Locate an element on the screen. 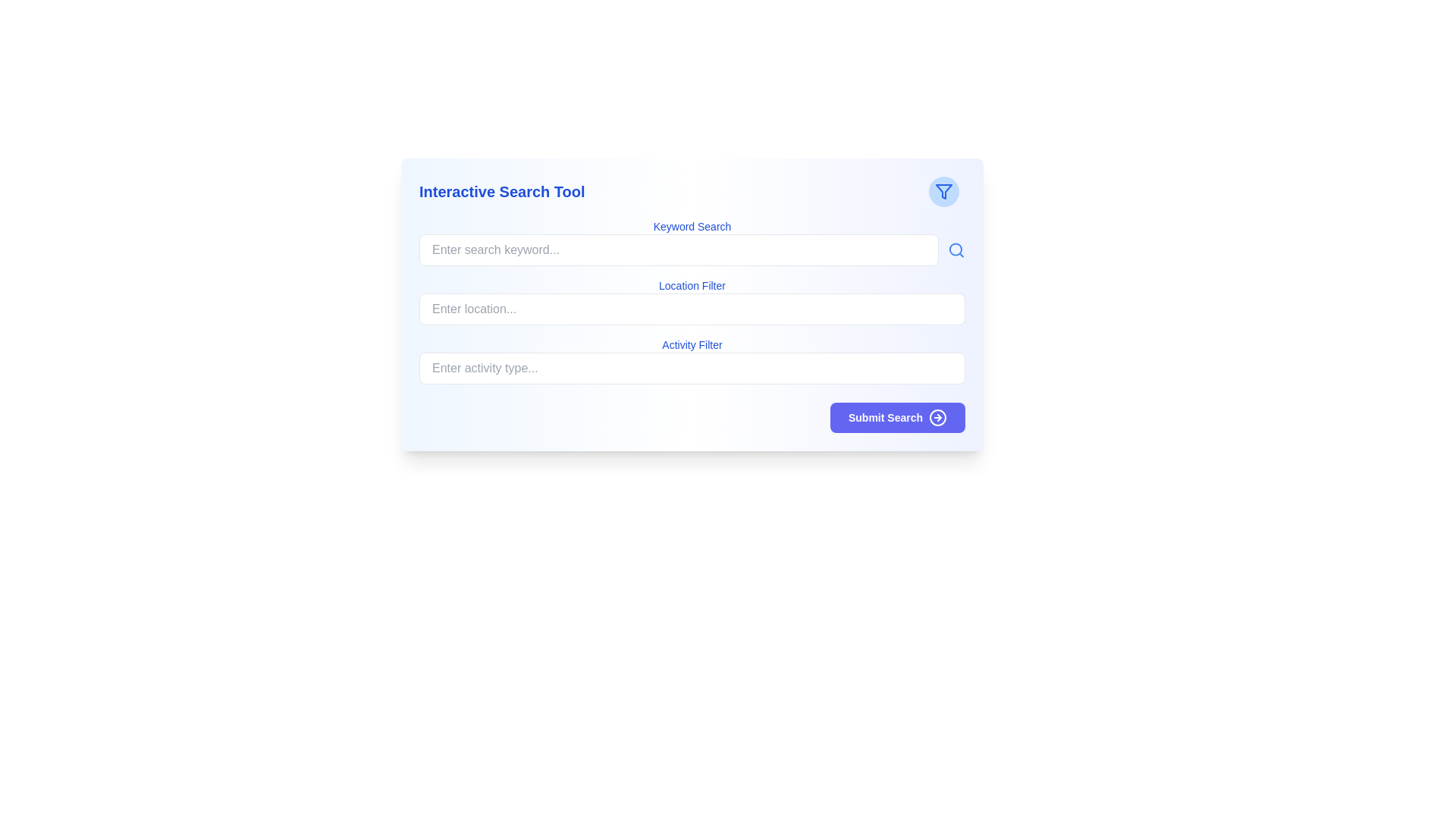 The image size is (1456, 819). the 'Keyword Search' text label, which is styled in blue with medium weight and located above the input box for search keywords is located at coordinates (691, 227).